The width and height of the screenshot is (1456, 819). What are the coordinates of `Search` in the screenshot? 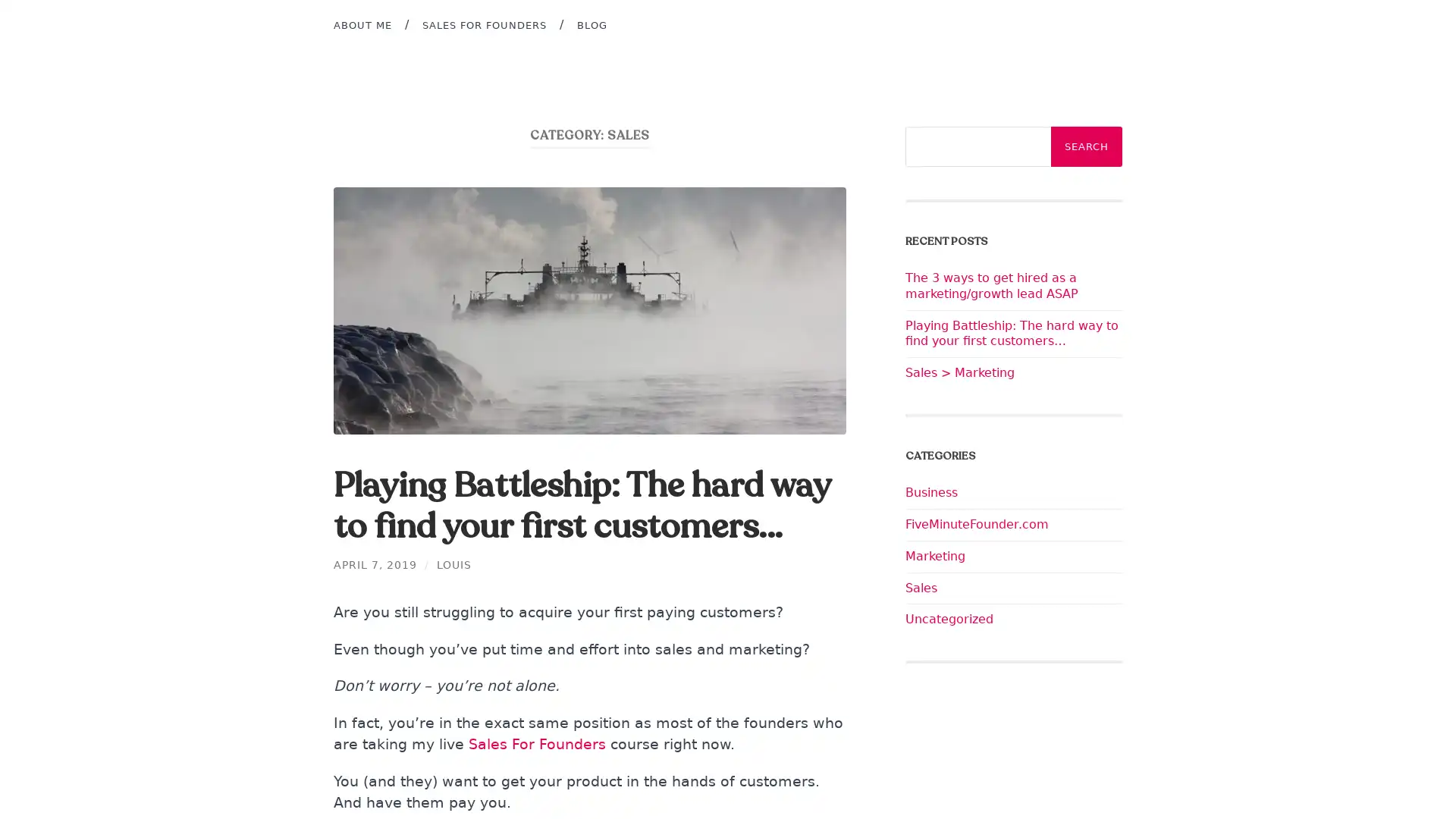 It's located at (1086, 146).